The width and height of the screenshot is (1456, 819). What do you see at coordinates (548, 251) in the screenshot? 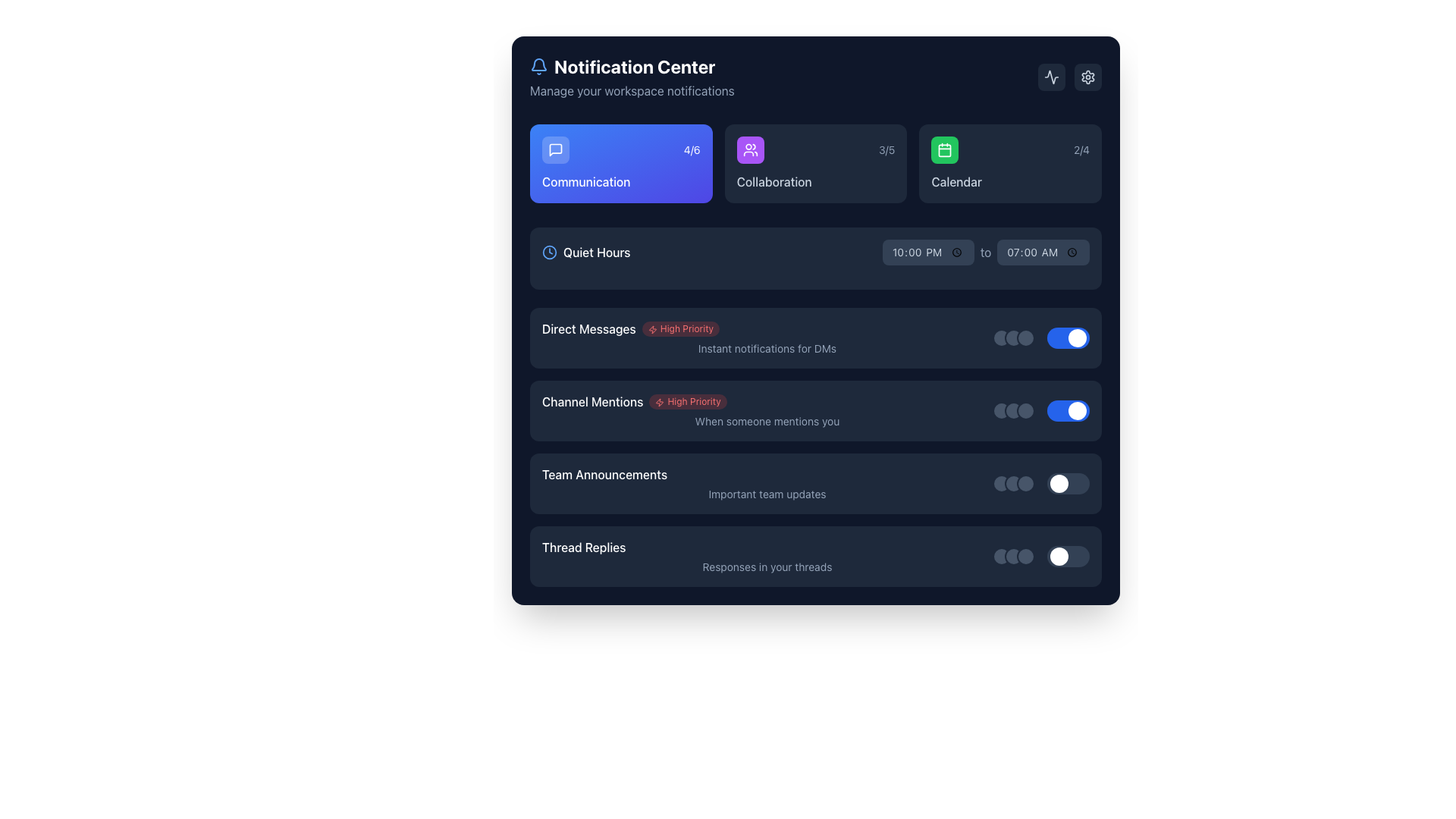
I see `the circular vector element of the clock icon located near the top-left section of the interface, adjacent to the 'Quiet Hours' label` at bounding box center [548, 251].